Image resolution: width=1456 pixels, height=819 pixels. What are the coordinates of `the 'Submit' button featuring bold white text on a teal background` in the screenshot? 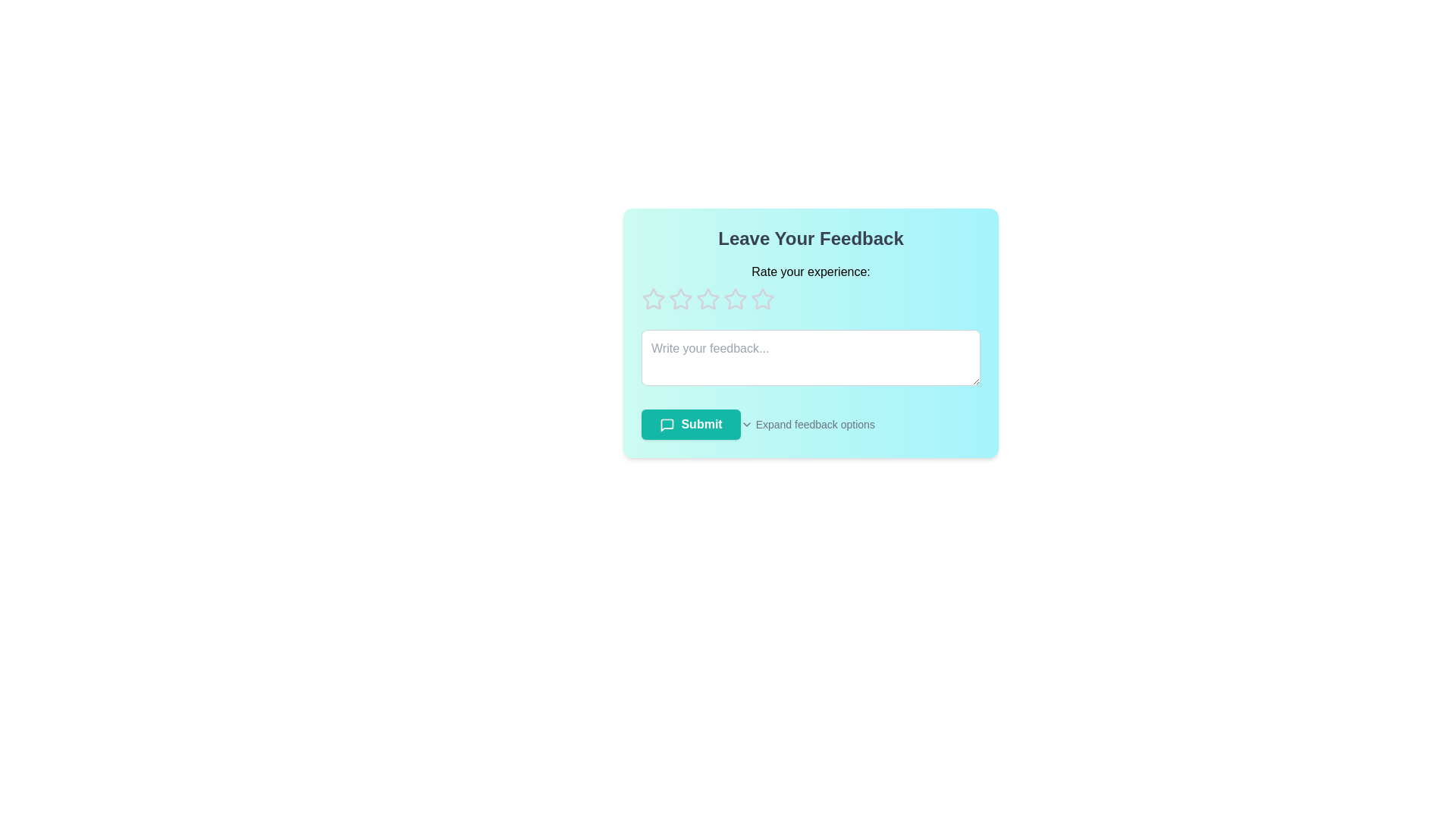 It's located at (690, 424).